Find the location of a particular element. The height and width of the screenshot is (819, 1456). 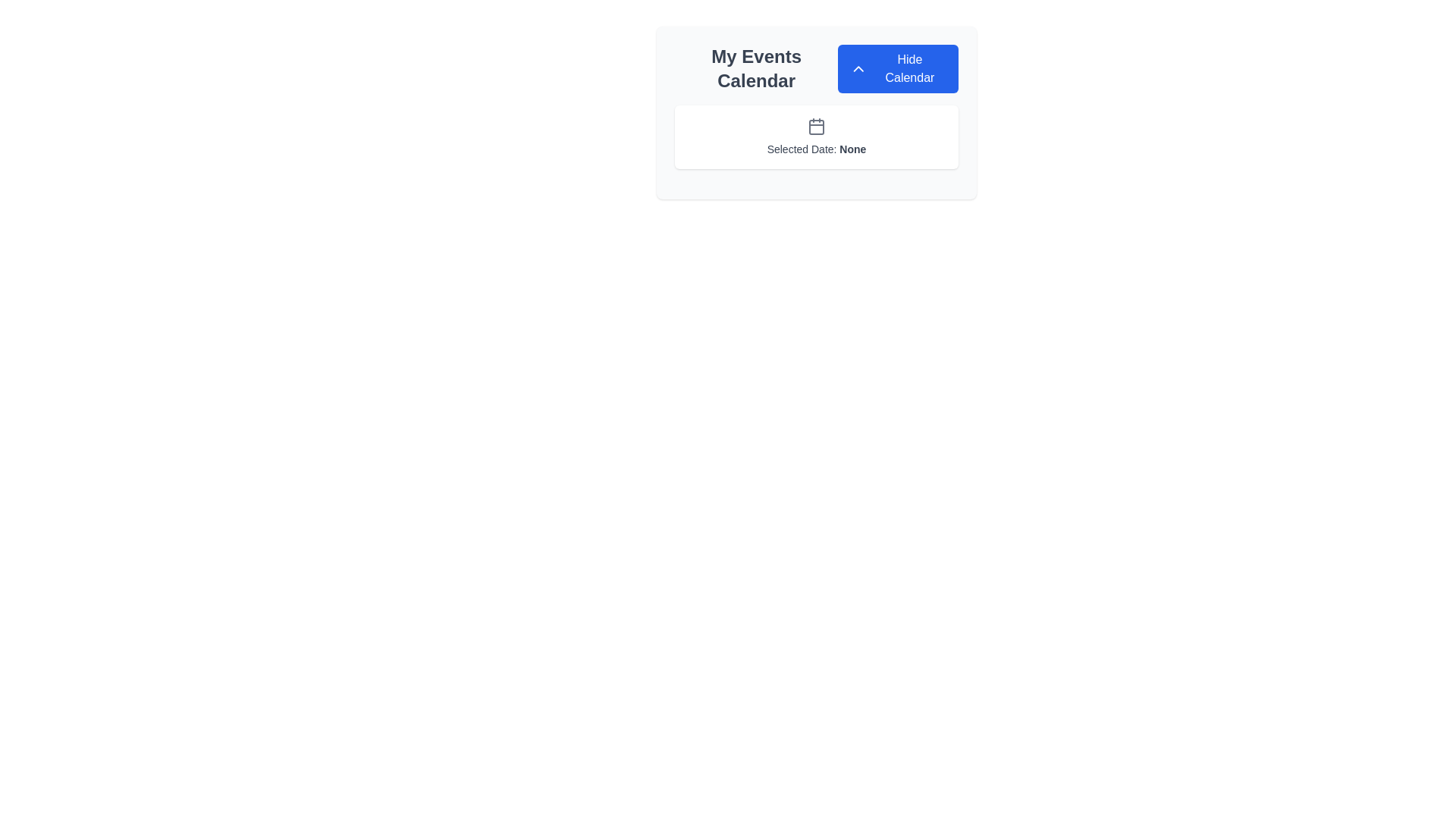

the static label 'My Events Calendar' which is positioned to the left of the button labeled 'Hide Calendar' is located at coordinates (756, 69).